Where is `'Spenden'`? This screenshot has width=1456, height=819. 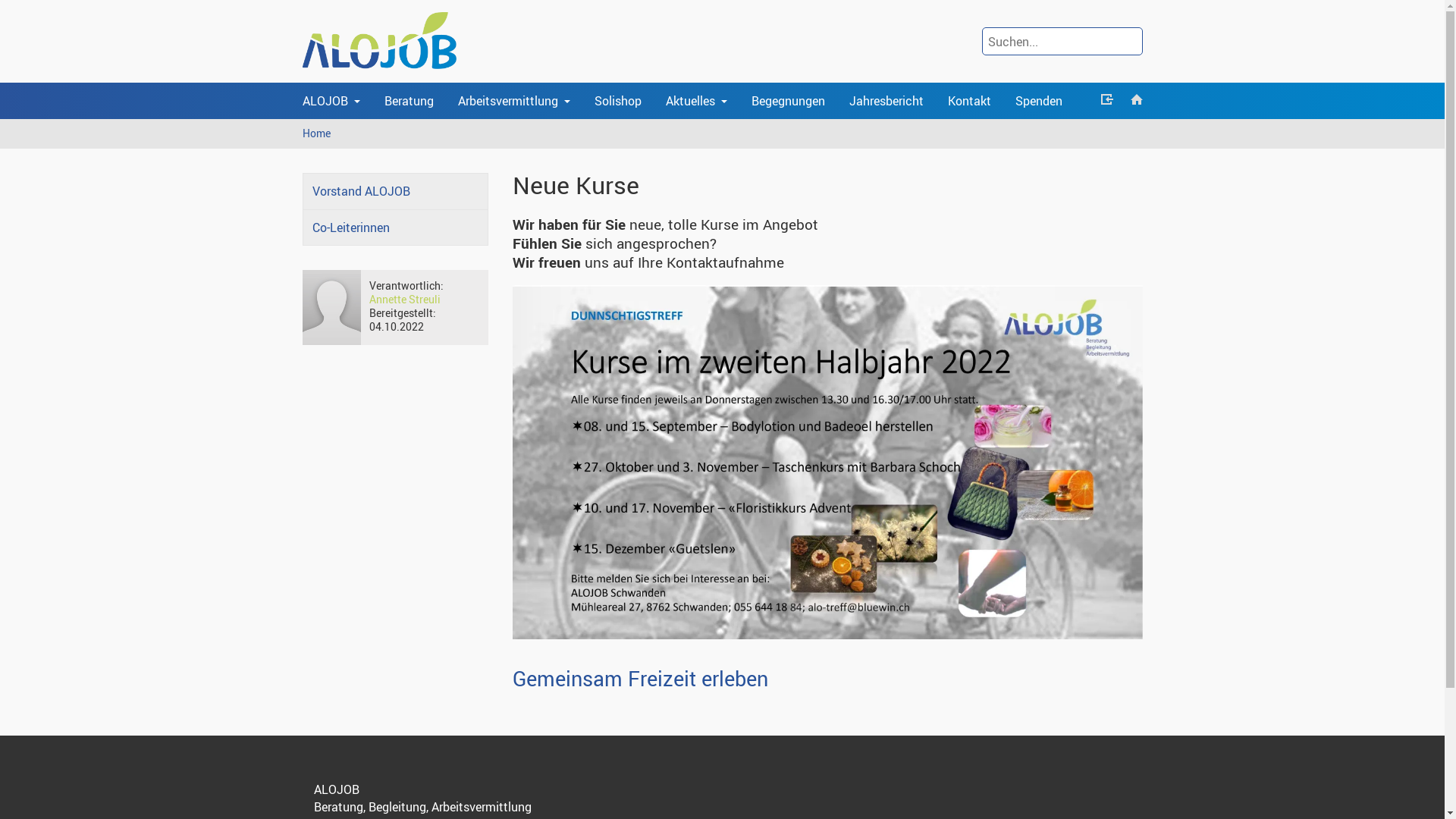
'Spenden' is located at coordinates (1037, 100).